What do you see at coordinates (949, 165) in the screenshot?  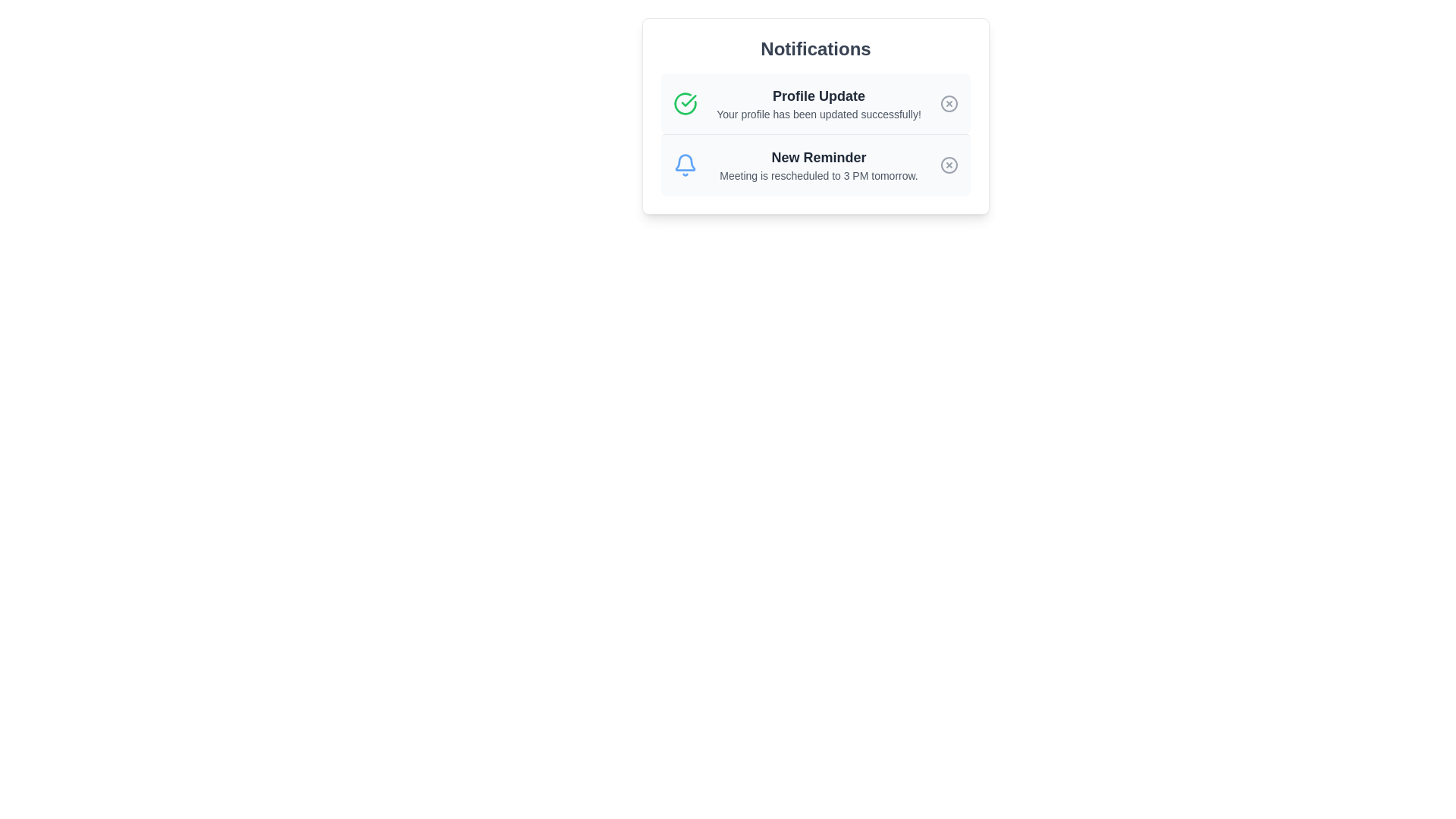 I see `the delete button located at the right end of the 'New Reminder' notification` at bounding box center [949, 165].